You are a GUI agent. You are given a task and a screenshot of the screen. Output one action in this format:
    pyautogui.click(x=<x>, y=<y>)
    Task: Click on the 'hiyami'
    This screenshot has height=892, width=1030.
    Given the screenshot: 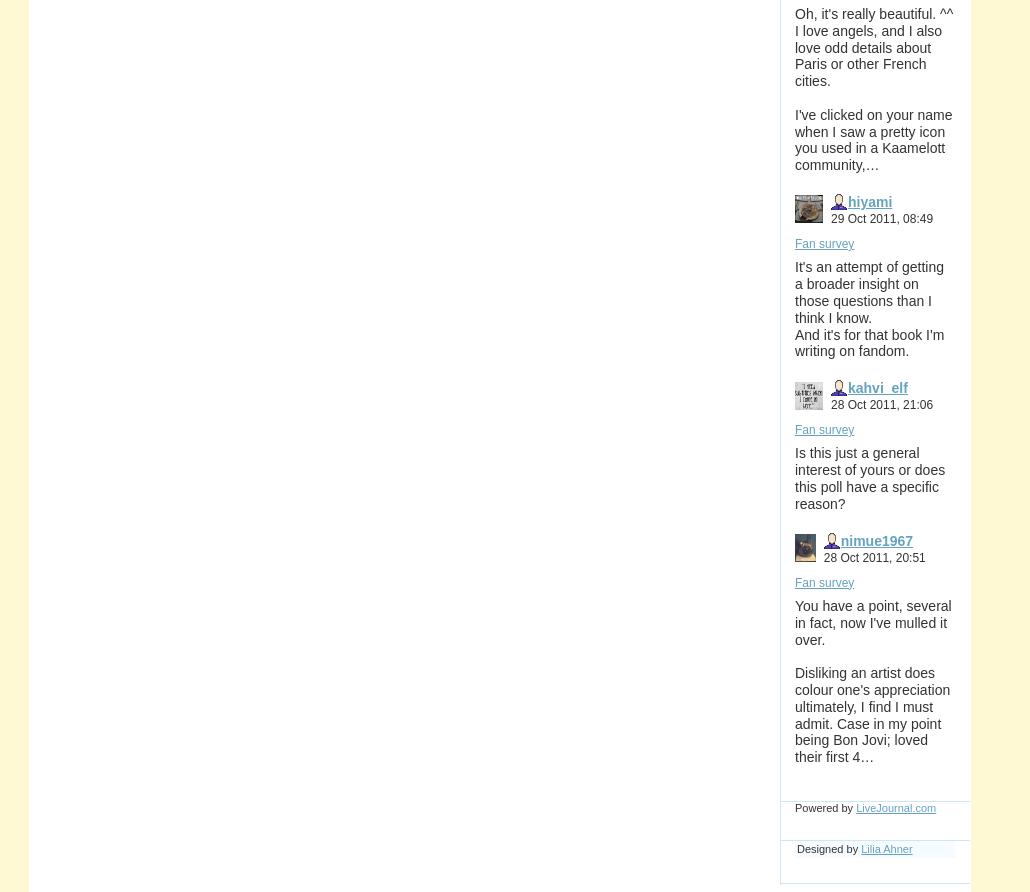 What is the action you would take?
    pyautogui.click(x=846, y=199)
    